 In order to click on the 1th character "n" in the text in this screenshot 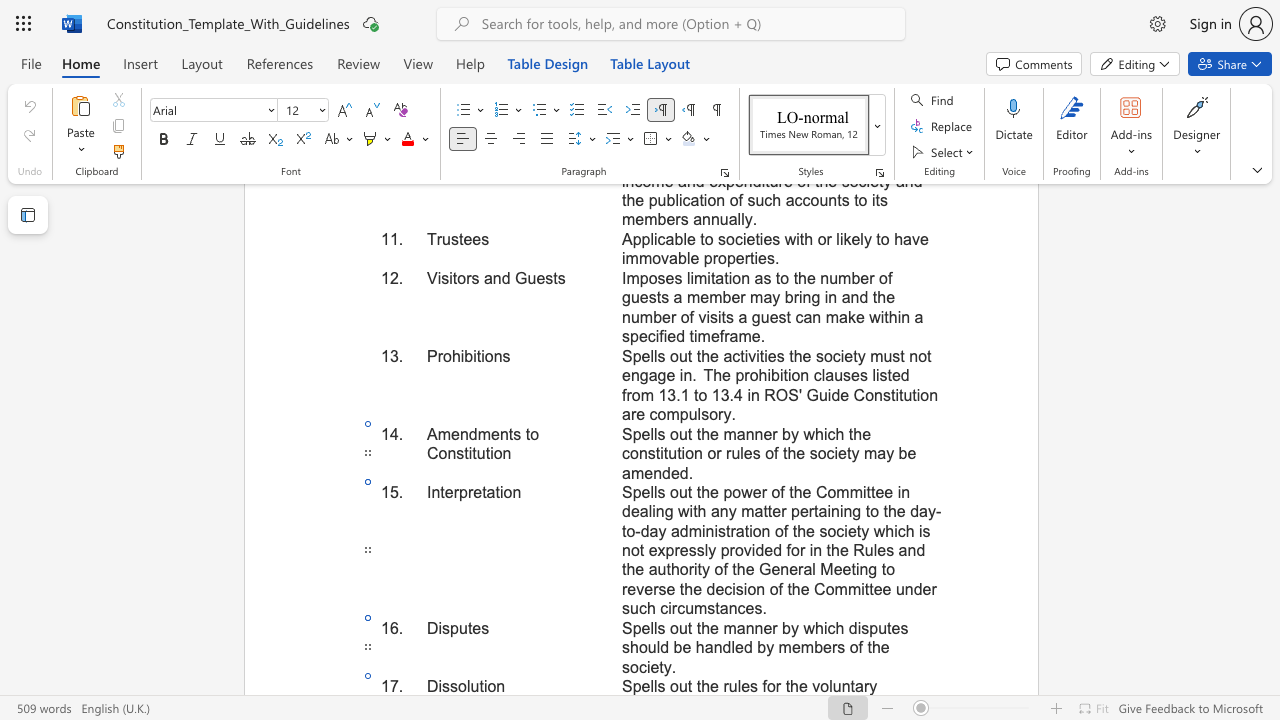, I will do `click(500, 685)`.